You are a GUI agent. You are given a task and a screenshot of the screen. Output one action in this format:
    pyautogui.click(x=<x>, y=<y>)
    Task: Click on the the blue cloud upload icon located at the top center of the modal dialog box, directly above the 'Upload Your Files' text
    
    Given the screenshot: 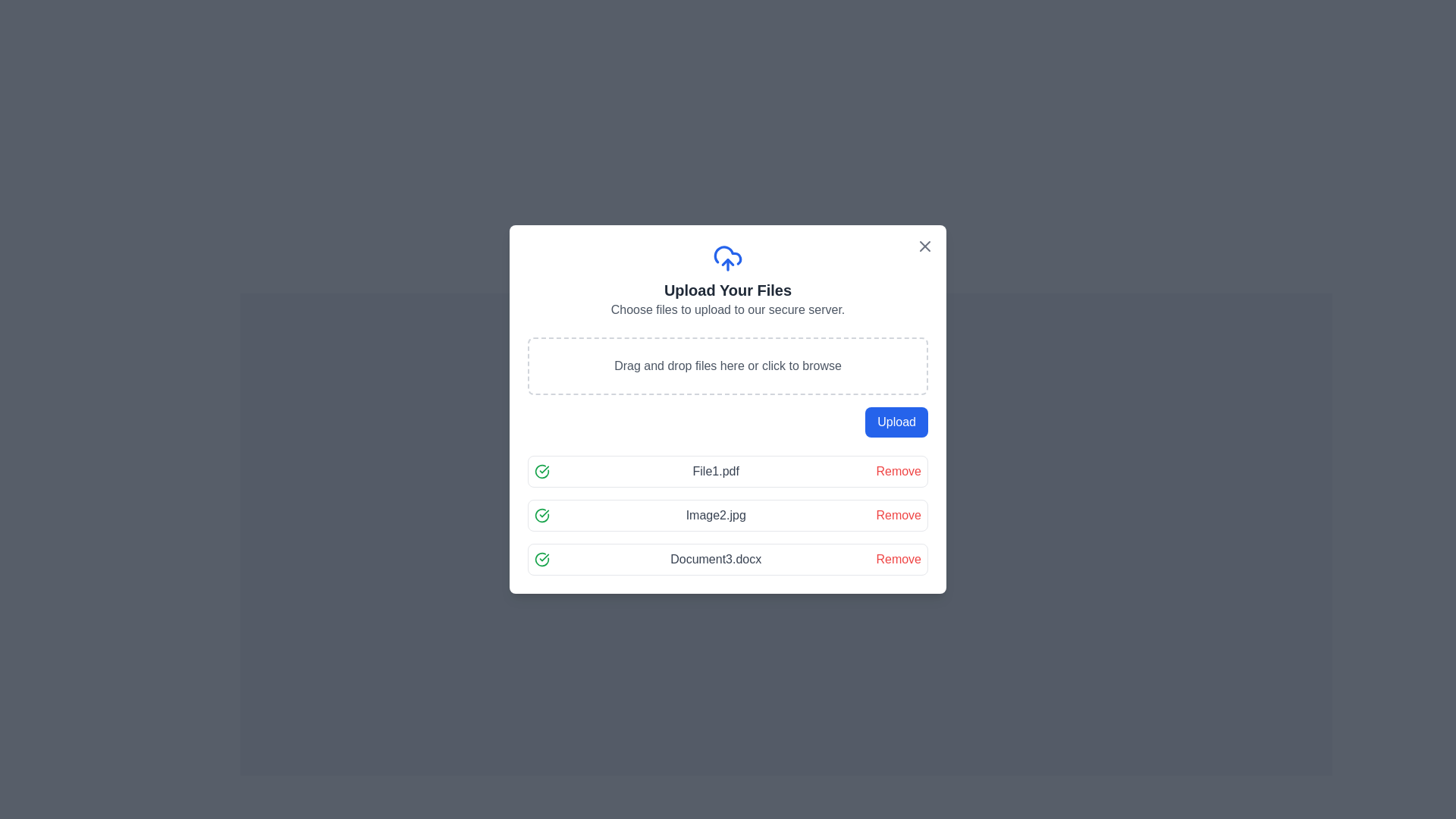 What is the action you would take?
    pyautogui.click(x=728, y=257)
    